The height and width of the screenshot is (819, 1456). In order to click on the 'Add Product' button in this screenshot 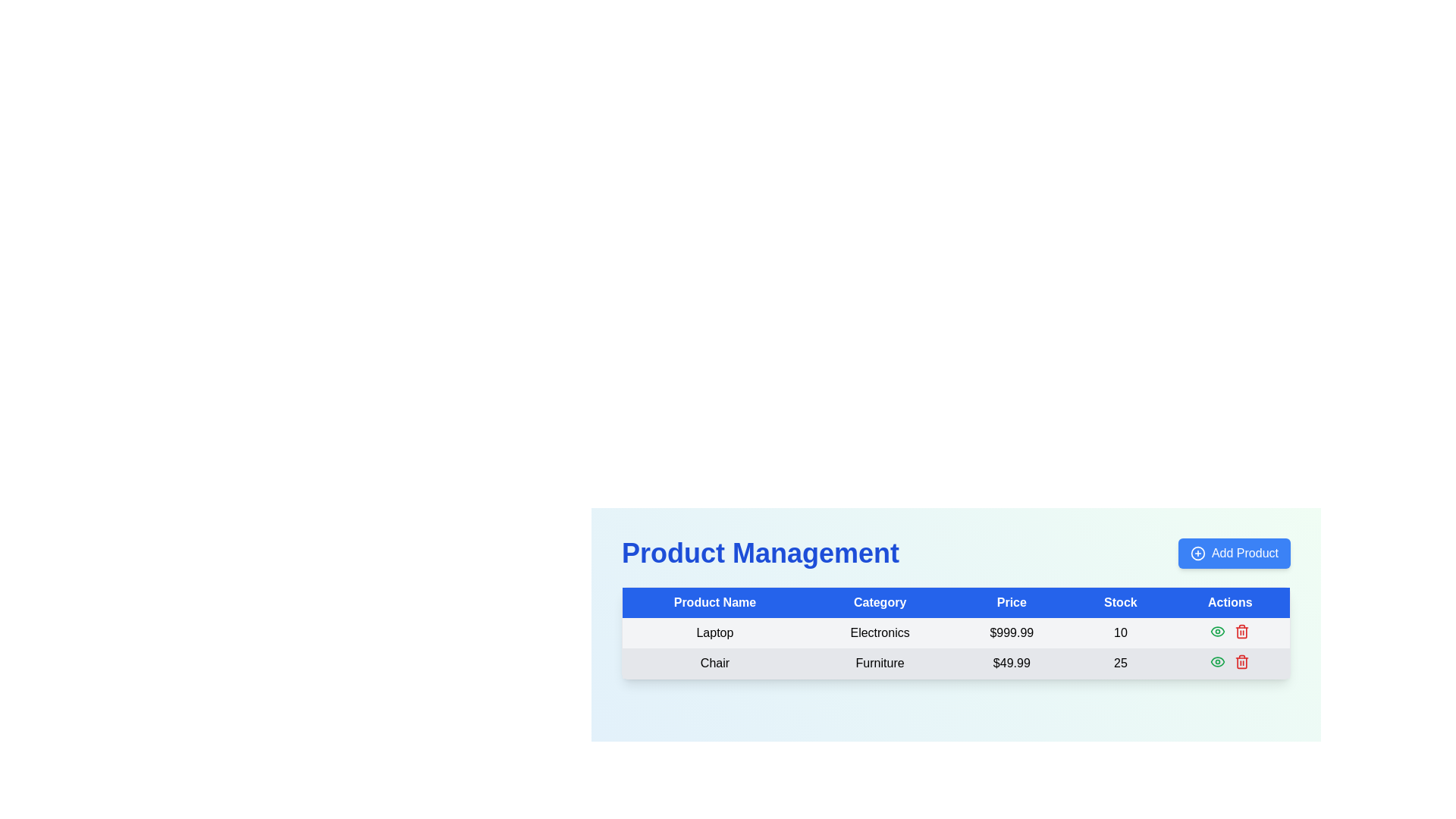, I will do `click(1234, 553)`.